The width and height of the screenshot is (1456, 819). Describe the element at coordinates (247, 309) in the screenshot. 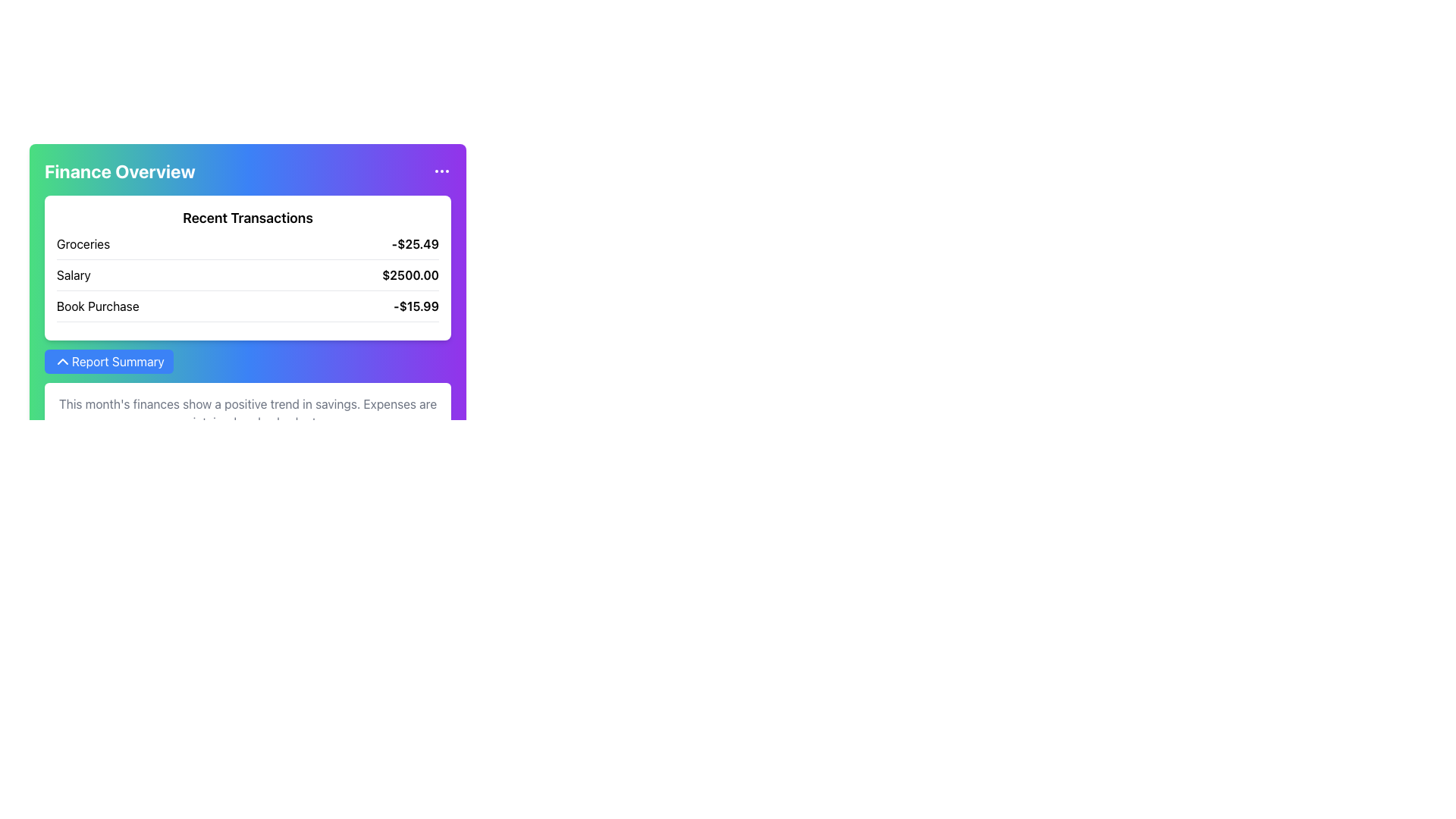

I see `the transaction record displaying 'Book Purchase' with amount '-$15.99' in the 'Finance Overview' section, which is the third item in the list` at that location.